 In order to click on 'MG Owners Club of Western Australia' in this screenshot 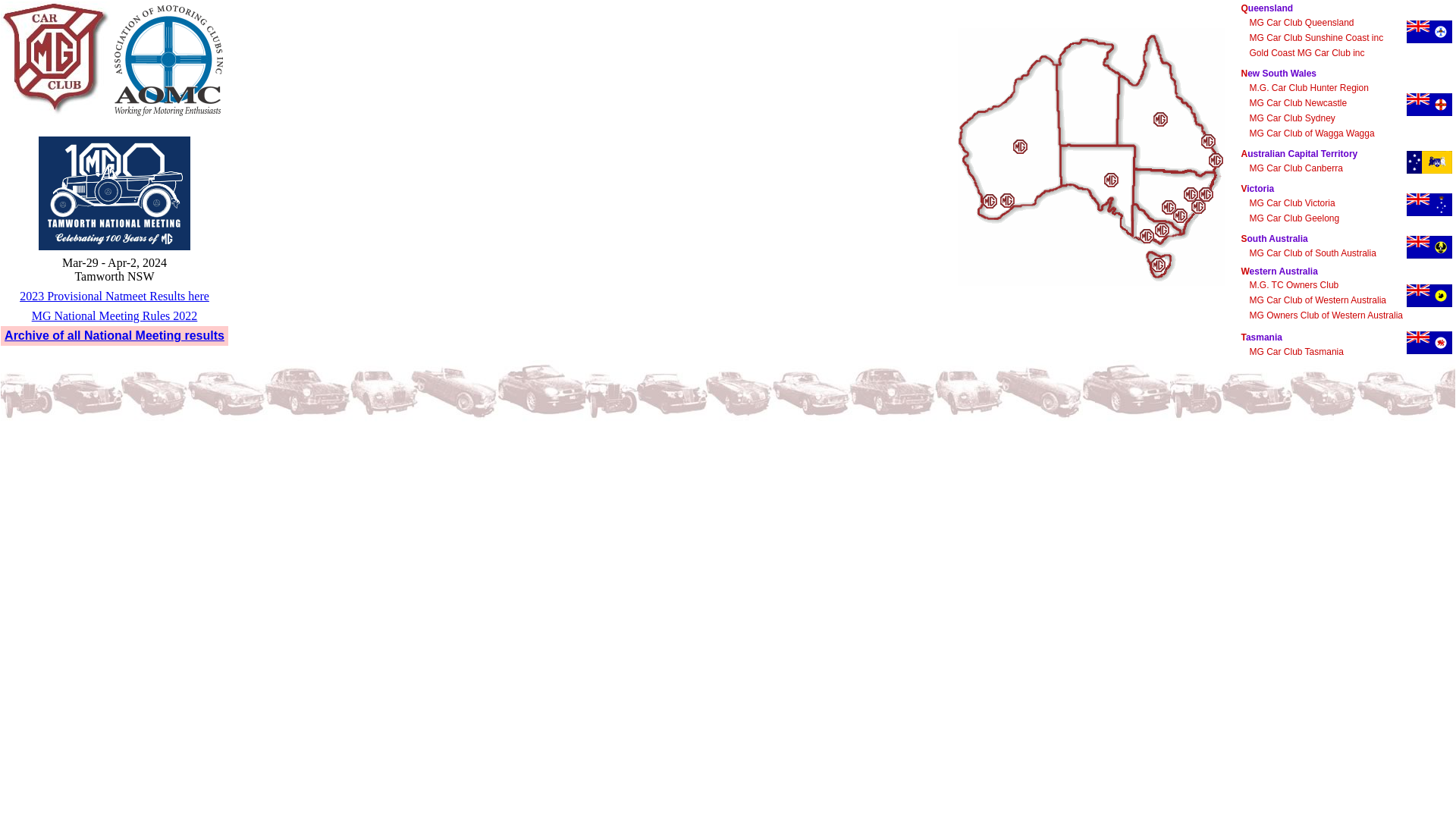, I will do `click(1325, 315)`.